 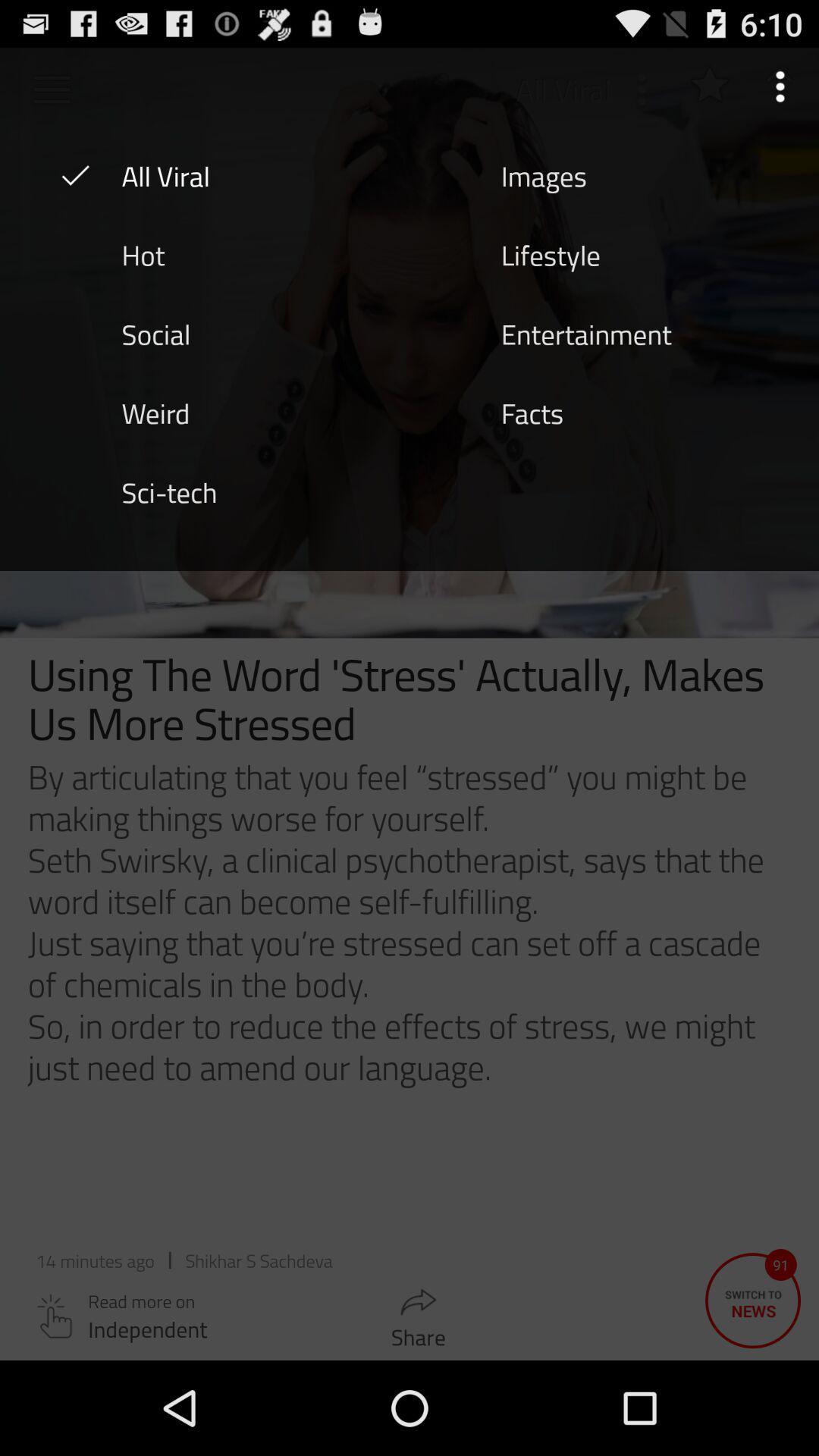 I want to click on sci-tech item, so click(x=169, y=491).